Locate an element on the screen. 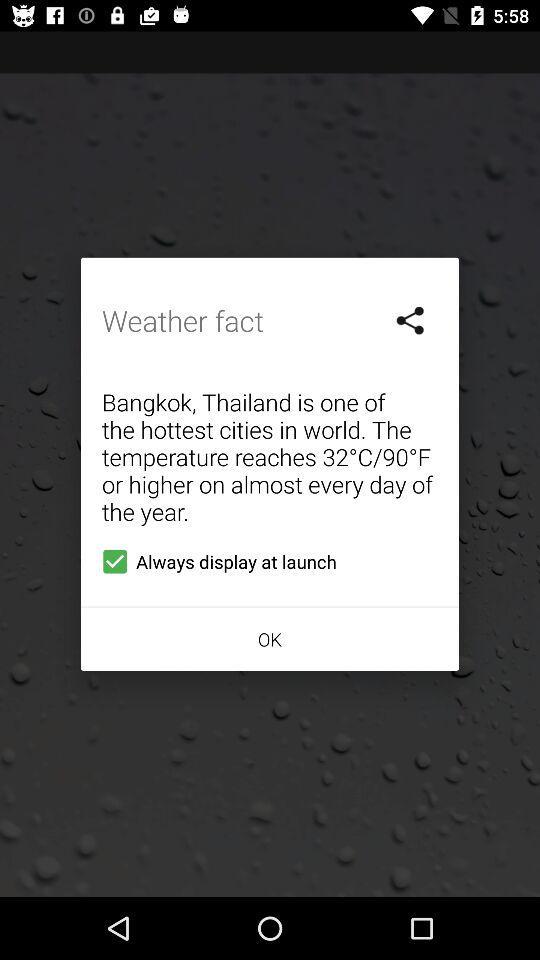 The image size is (540, 960). always display at icon is located at coordinates (214, 561).